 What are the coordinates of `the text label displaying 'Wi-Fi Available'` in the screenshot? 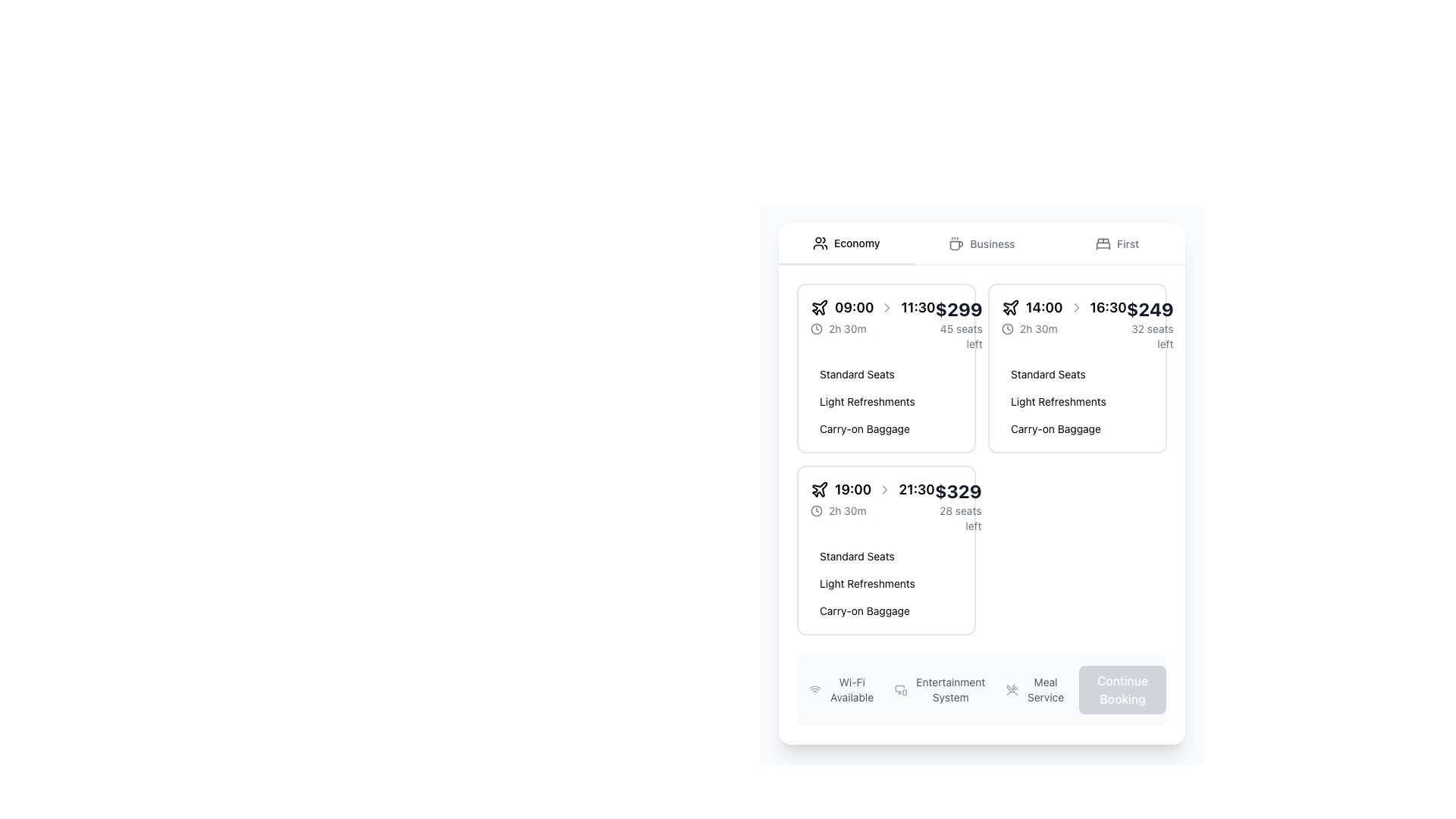 It's located at (852, 690).